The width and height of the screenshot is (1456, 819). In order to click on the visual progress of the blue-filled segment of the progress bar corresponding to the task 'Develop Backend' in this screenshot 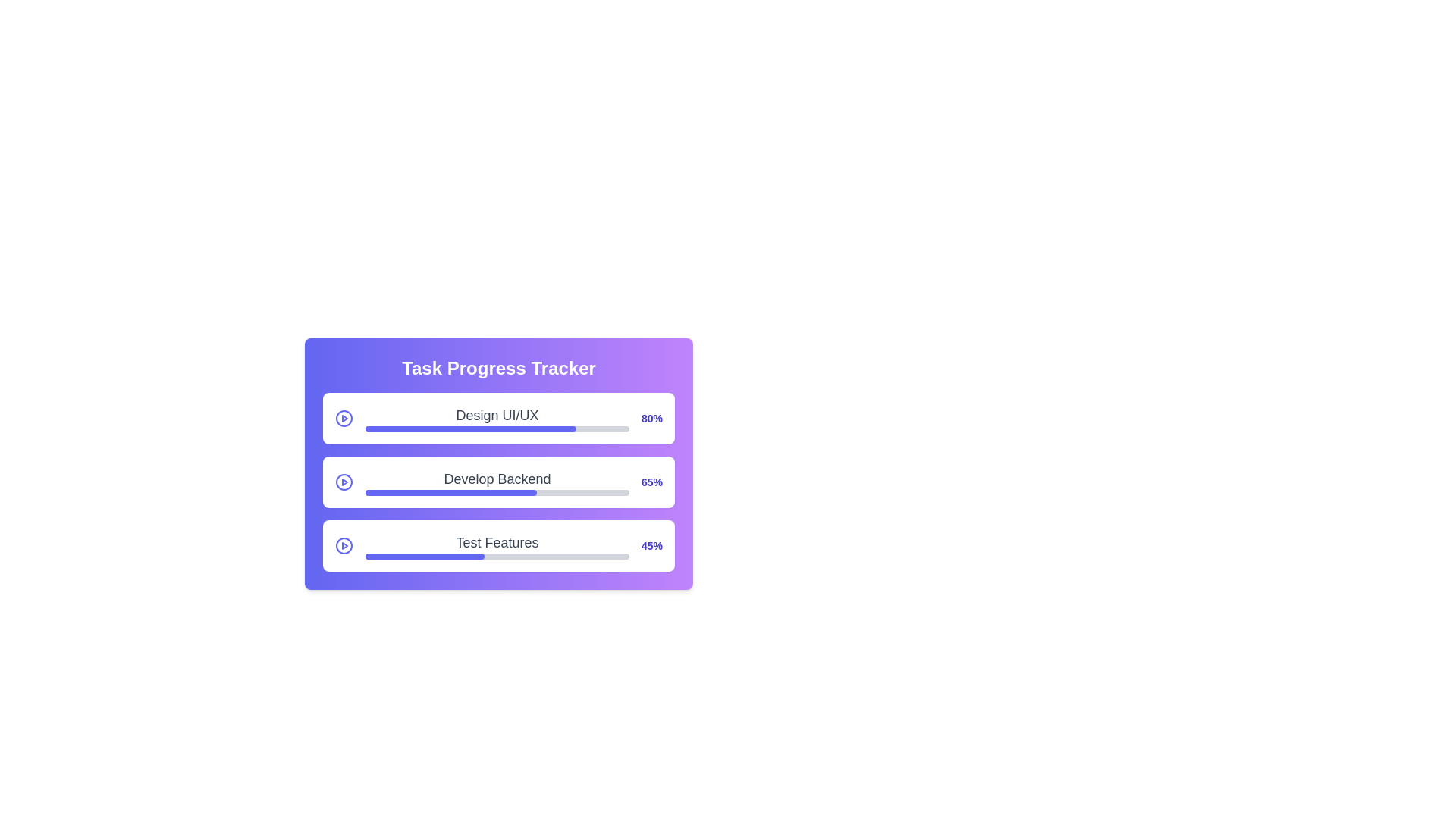, I will do `click(450, 493)`.